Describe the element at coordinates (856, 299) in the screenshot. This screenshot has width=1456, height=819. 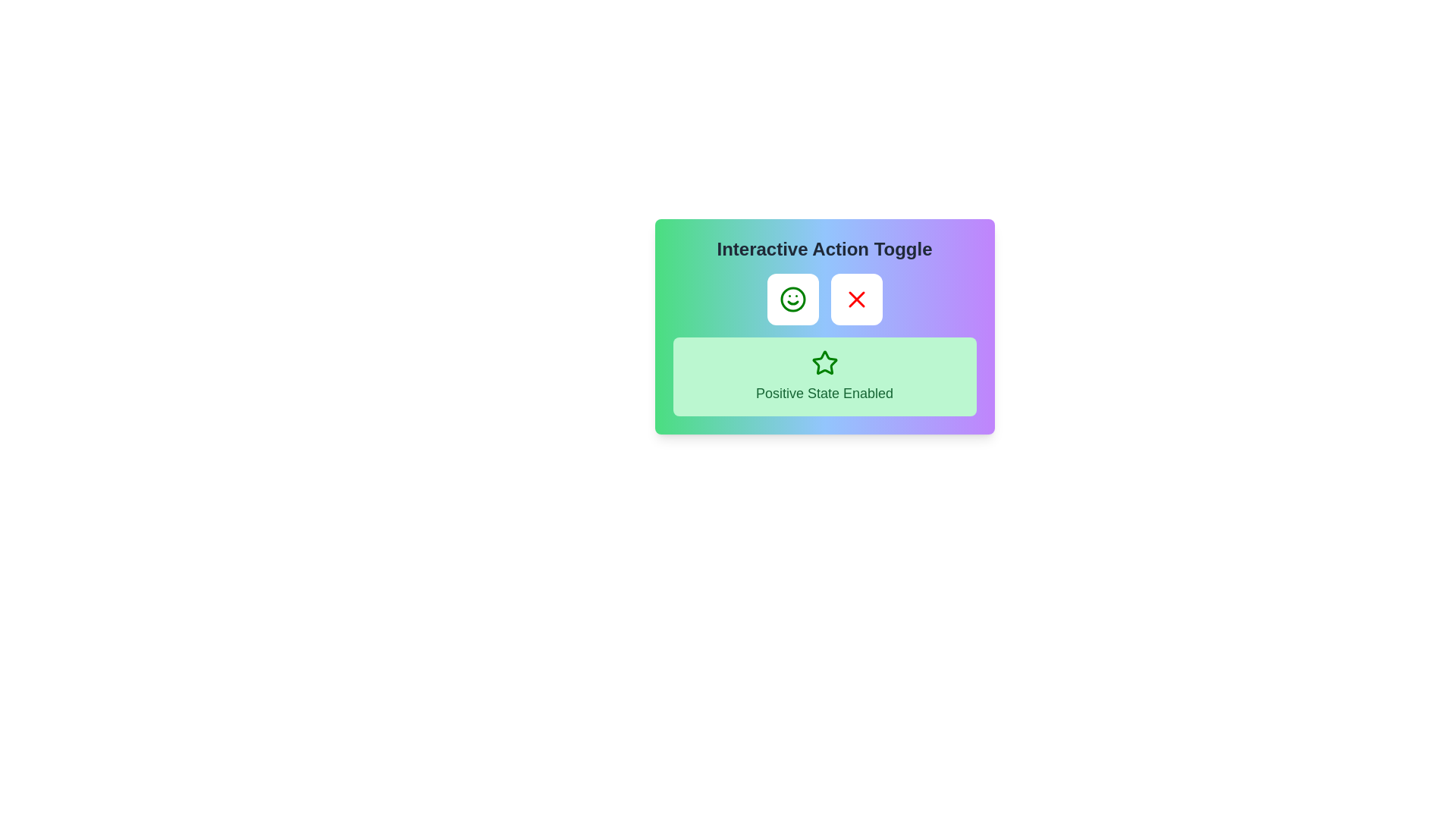
I see `the second button in the 'Interactive Action Toggle' group, which is labeled as 'Negative Action'` at that location.